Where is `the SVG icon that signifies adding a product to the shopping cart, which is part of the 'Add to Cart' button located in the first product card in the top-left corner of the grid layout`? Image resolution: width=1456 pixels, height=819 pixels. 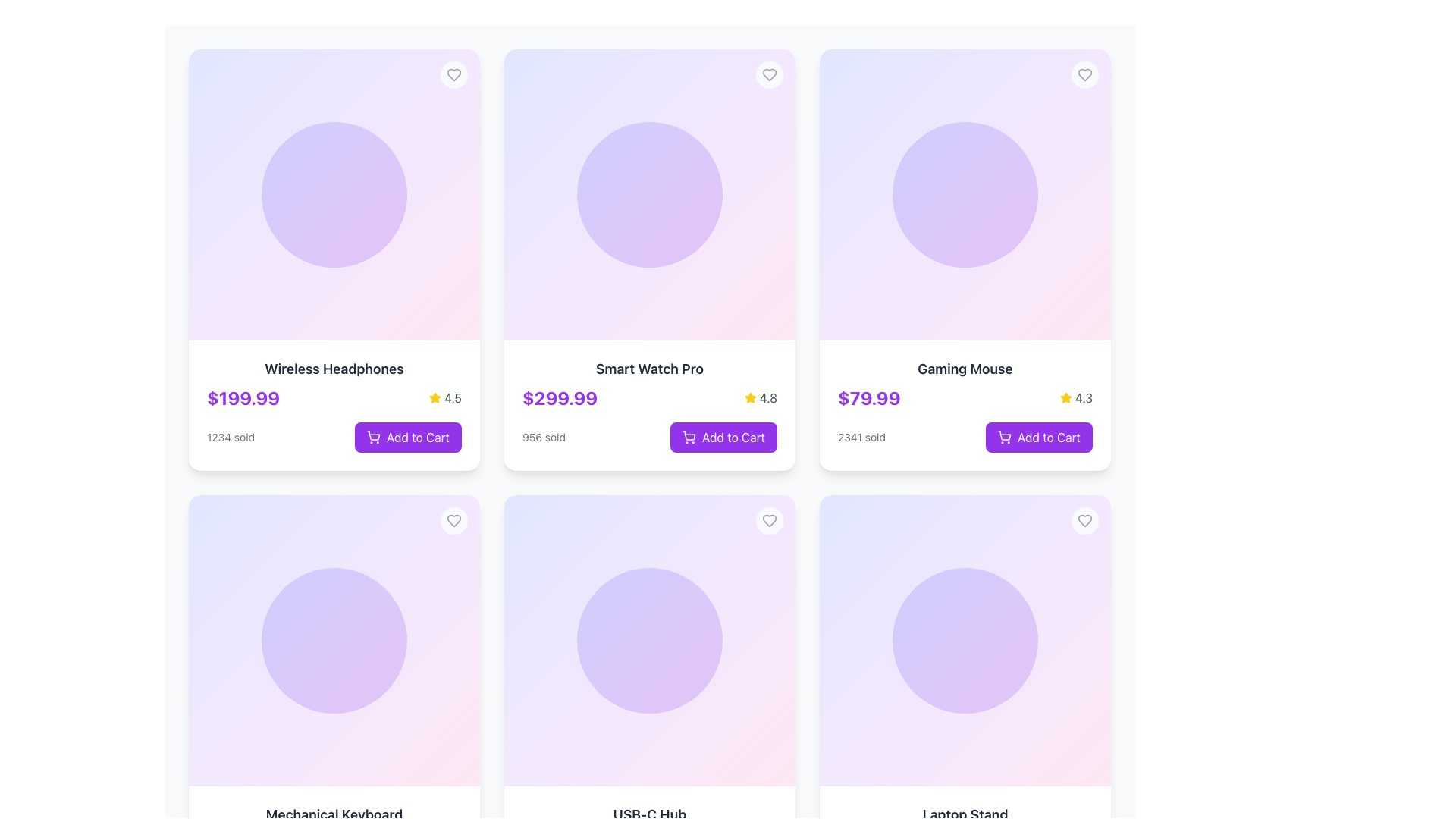
the SVG icon that signifies adding a product to the shopping cart, which is part of the 'Add to Cart' button located in the first product card in the top-left corner of the grid layout is located at coordinates (374, 438).